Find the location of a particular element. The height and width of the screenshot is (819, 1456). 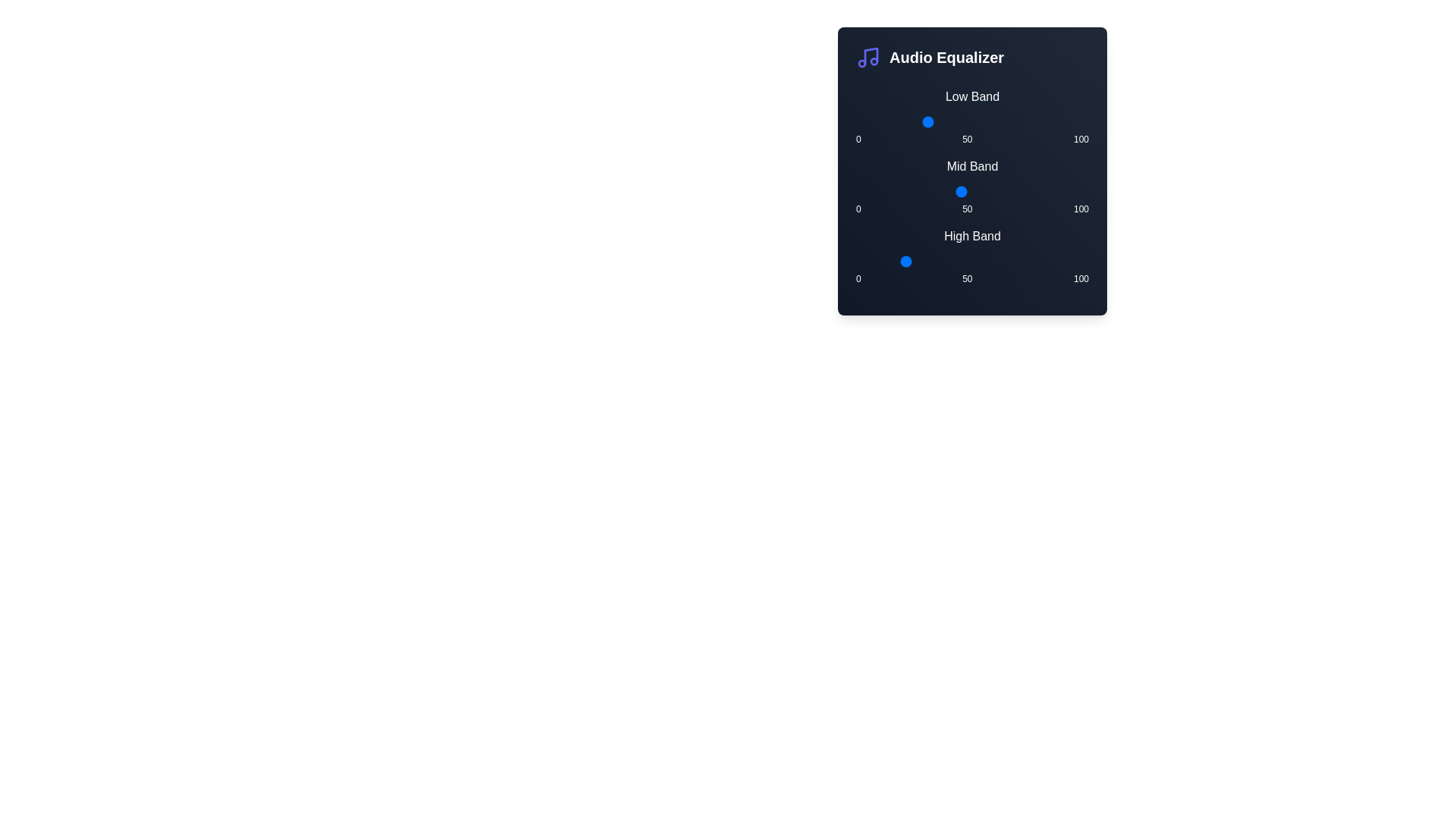

the Mid Band slider to set its value to 5 is located at coordinates (868, 191).